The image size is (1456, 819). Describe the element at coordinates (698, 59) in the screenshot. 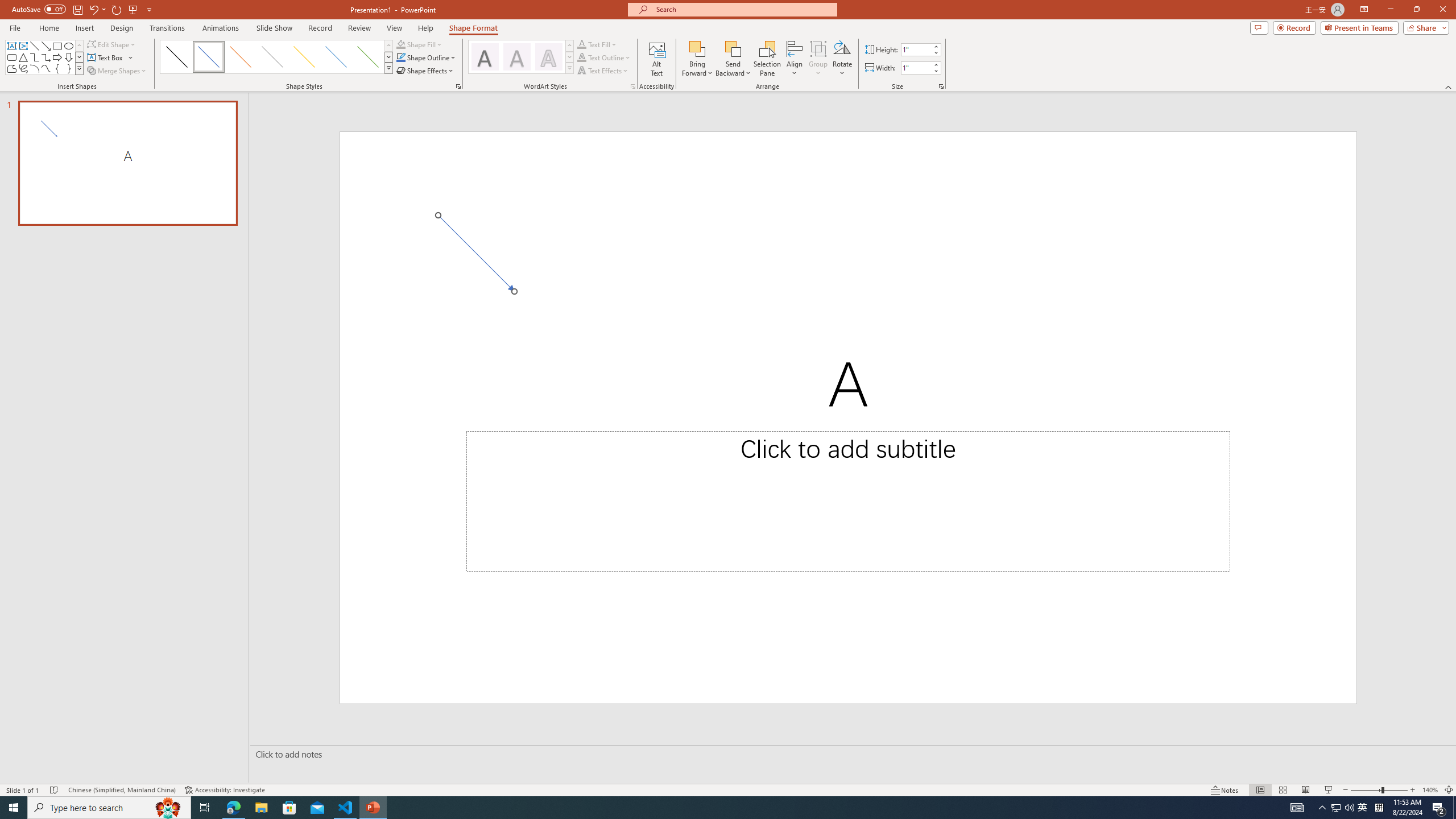

I see `'Bring Forward'` at that location.